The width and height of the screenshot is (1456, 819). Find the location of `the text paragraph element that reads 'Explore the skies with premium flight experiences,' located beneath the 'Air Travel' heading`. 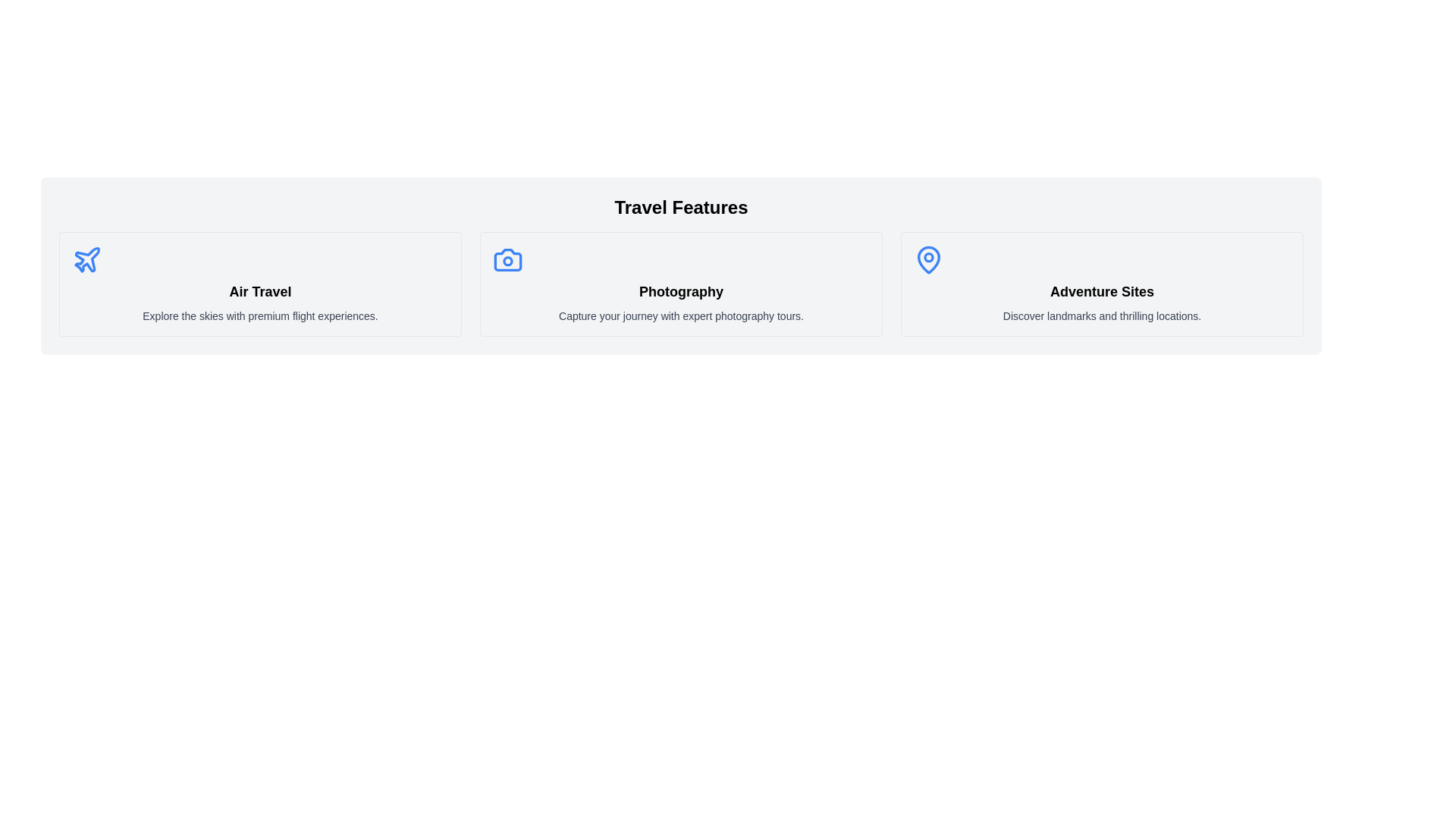

the text paragraph element that reads 'Explore the skies with premium flight experiences,' located beneath the 'Air Travel' heading is located at coordinates (260, 315).